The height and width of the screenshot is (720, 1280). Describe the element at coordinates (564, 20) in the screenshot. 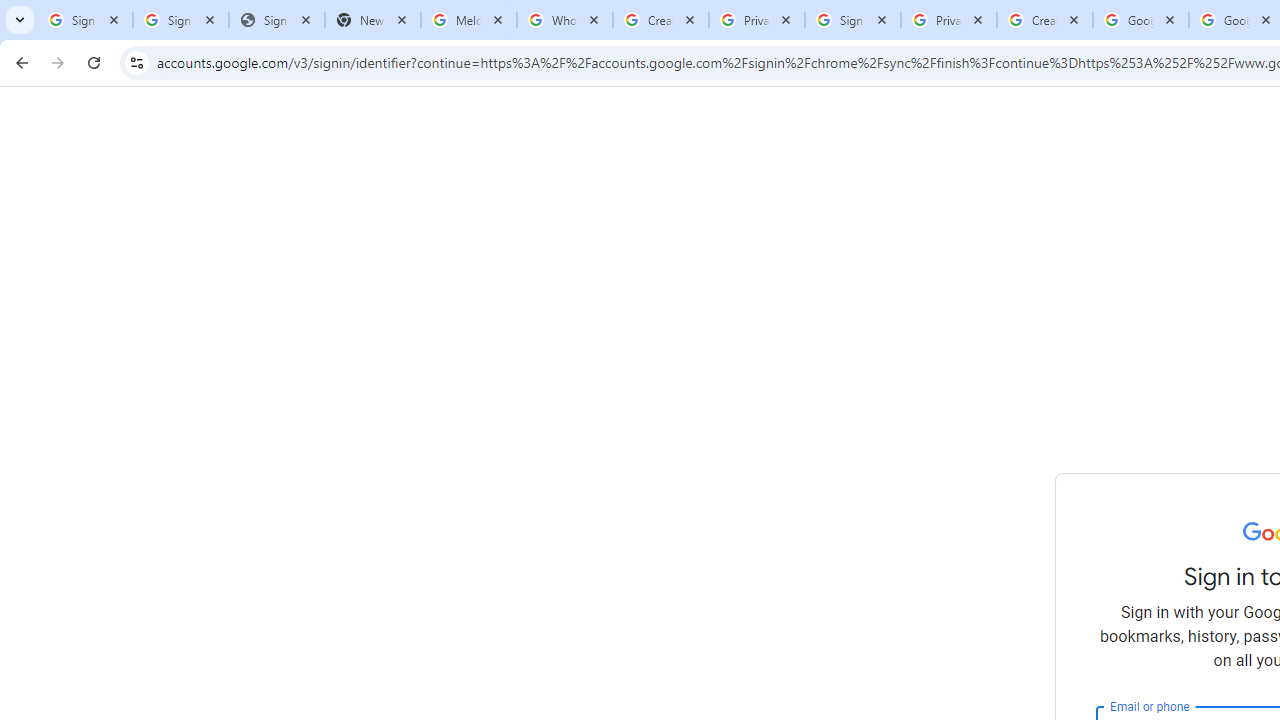

I see `'Who is my administrator? - Google Account Help'` at that location.